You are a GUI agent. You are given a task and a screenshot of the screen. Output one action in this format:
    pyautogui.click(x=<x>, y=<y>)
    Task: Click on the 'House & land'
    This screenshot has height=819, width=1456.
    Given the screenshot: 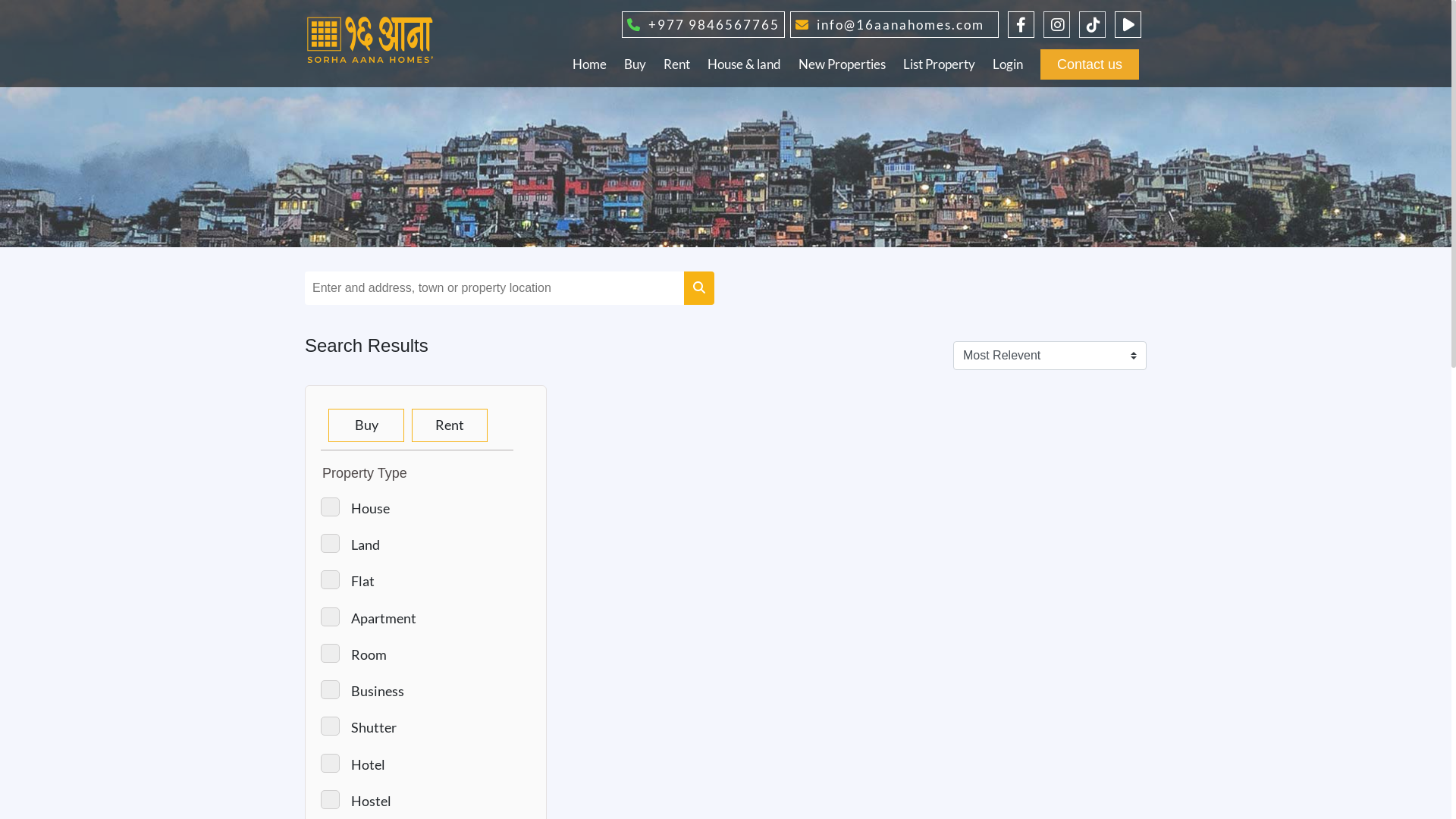 What is the action you would take?
    pyautogui.click(x=744, y=63)
    